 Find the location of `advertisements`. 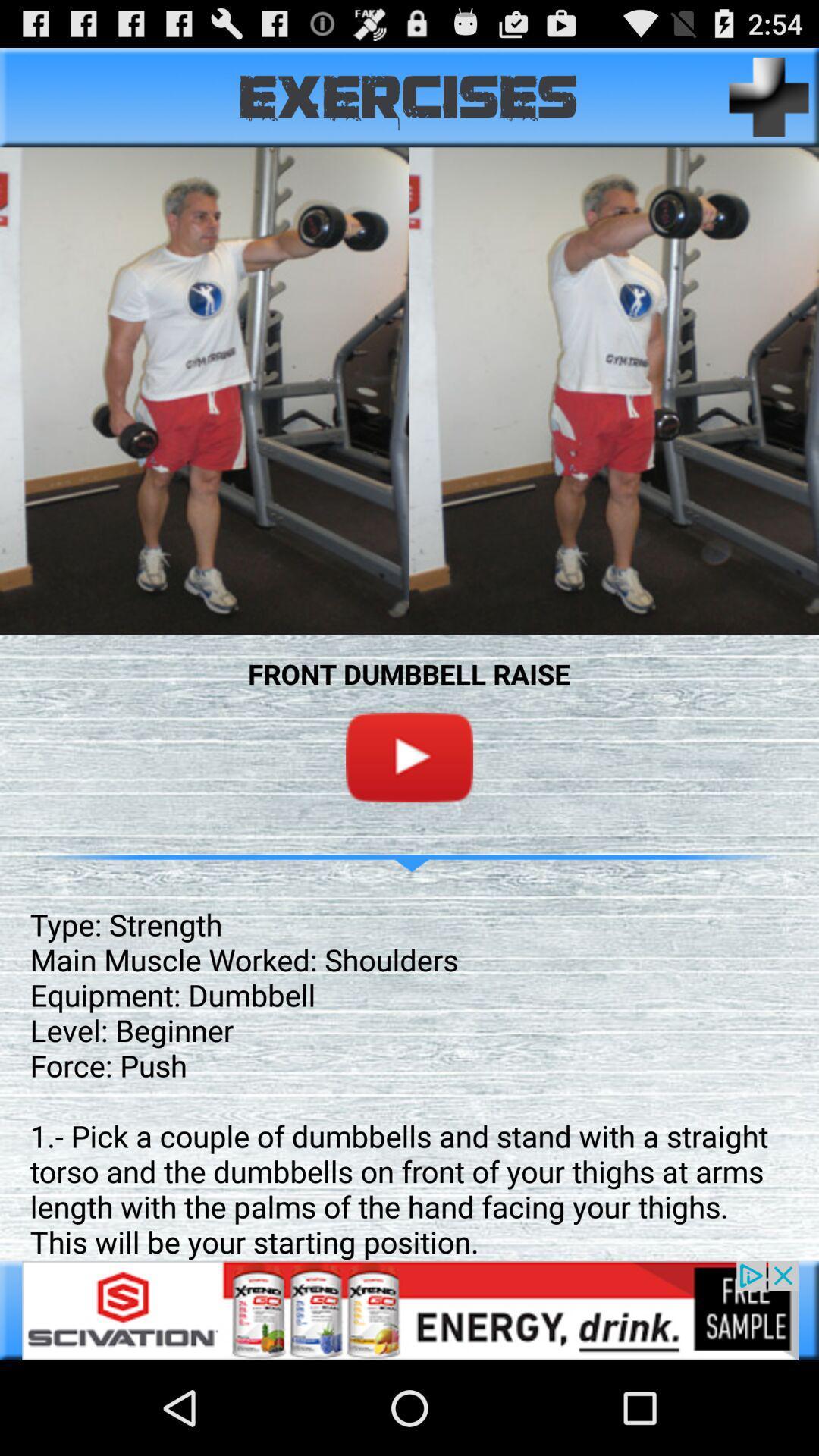

advertisements is located at coordinates (409, 1310).